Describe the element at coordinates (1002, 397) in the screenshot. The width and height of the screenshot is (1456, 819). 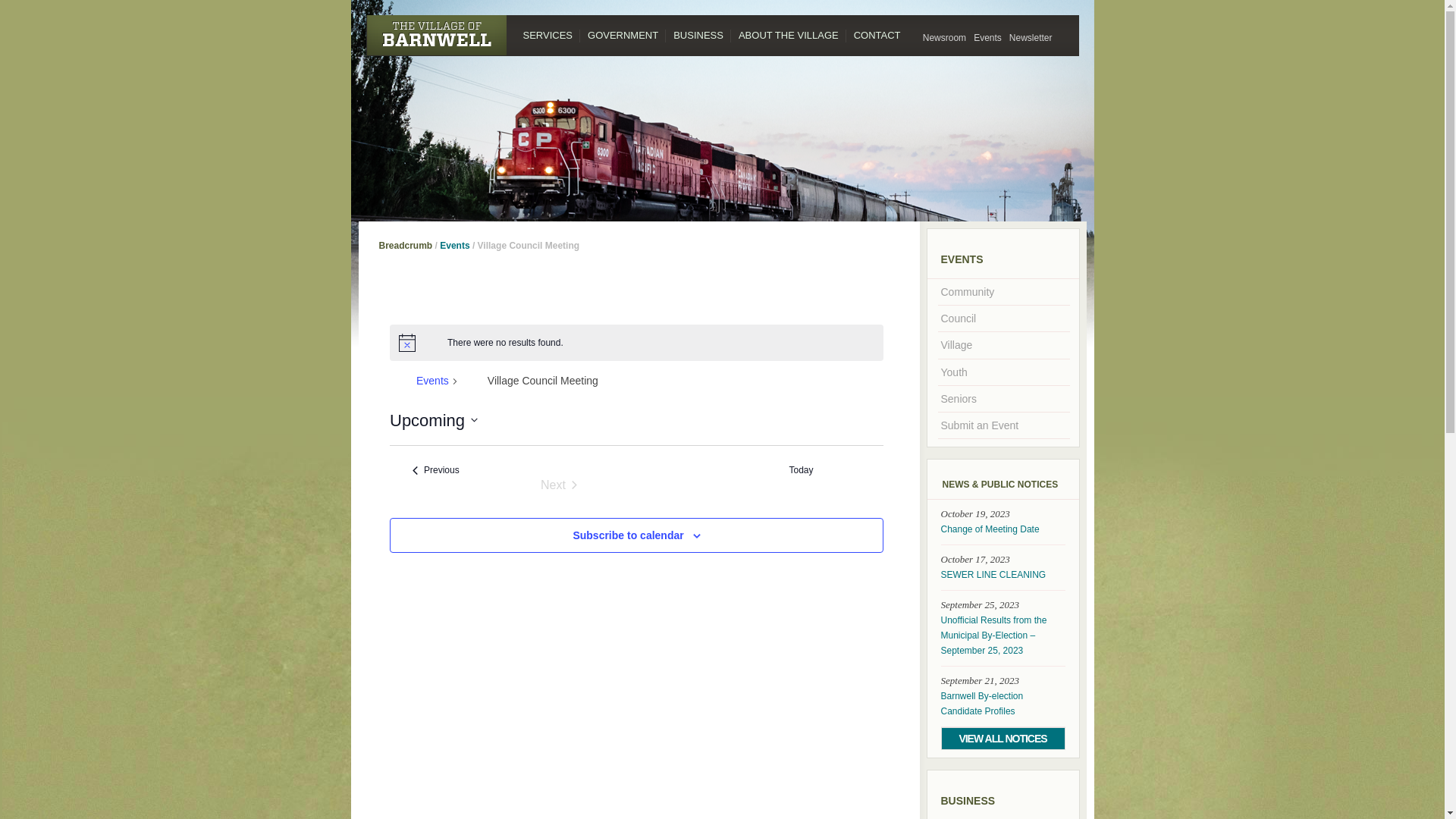
I see `'Seniors'` at that location.